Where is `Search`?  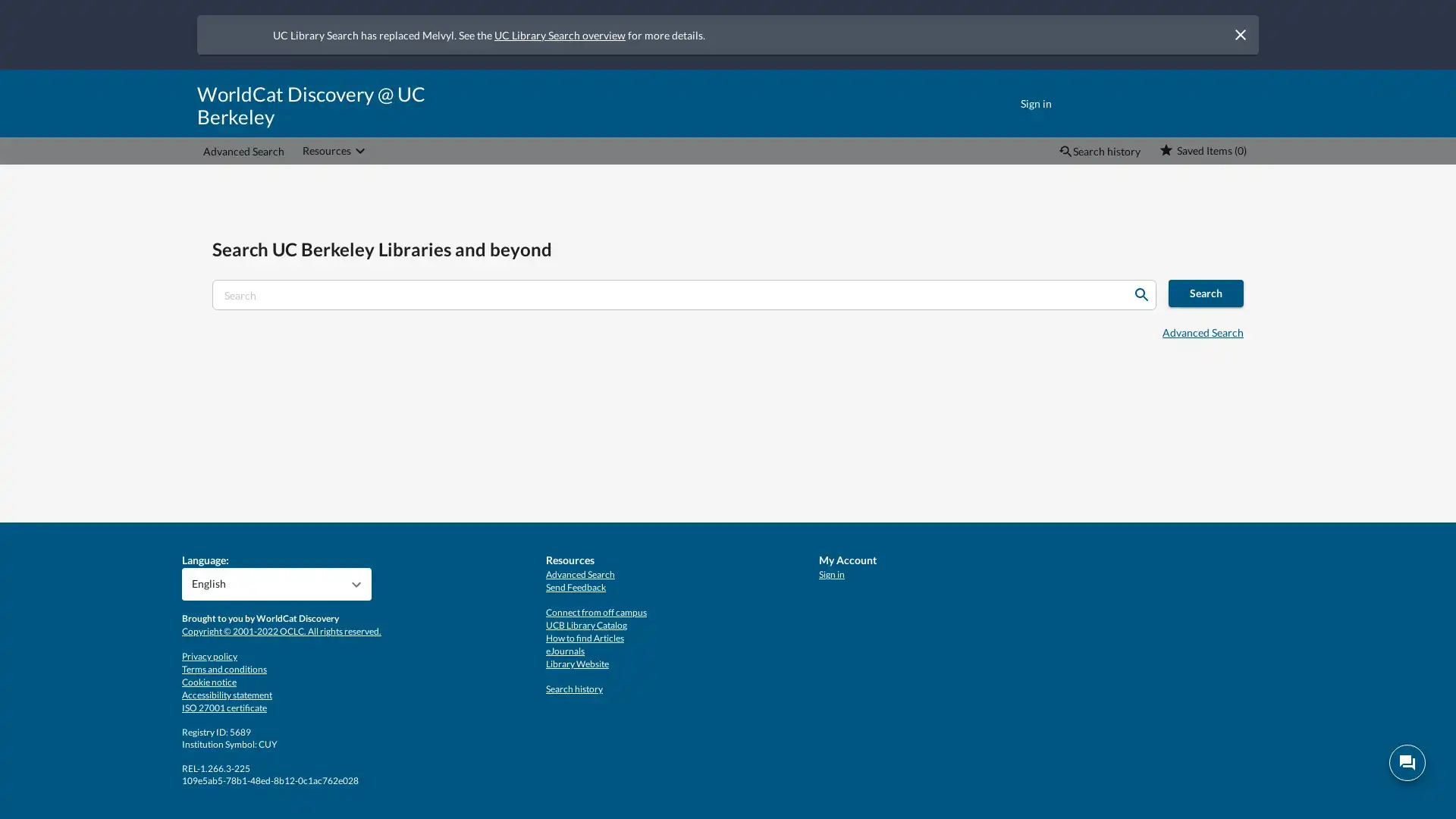
Search is located at coordinates (1205, 293).